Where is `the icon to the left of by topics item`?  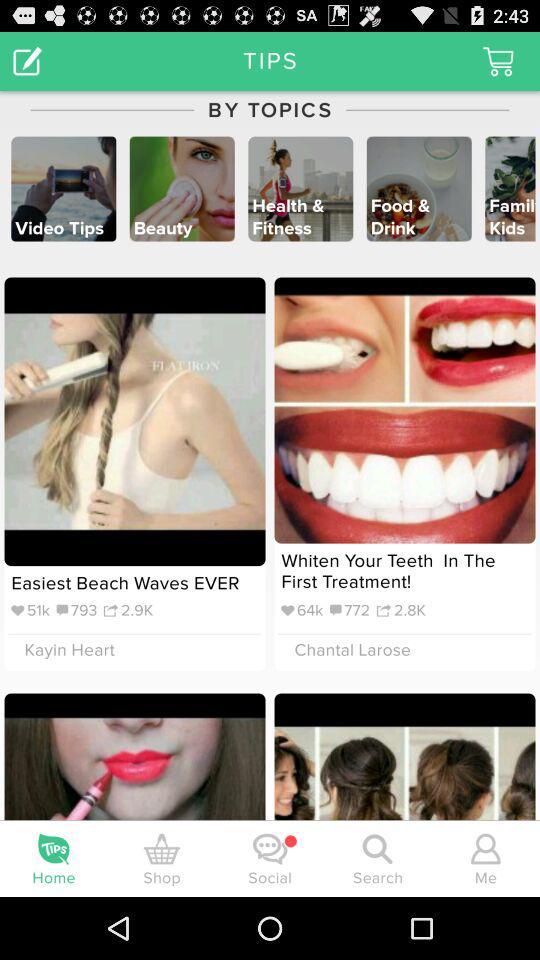
the icon to the left of by topics item is located at coordinates (26, 59).